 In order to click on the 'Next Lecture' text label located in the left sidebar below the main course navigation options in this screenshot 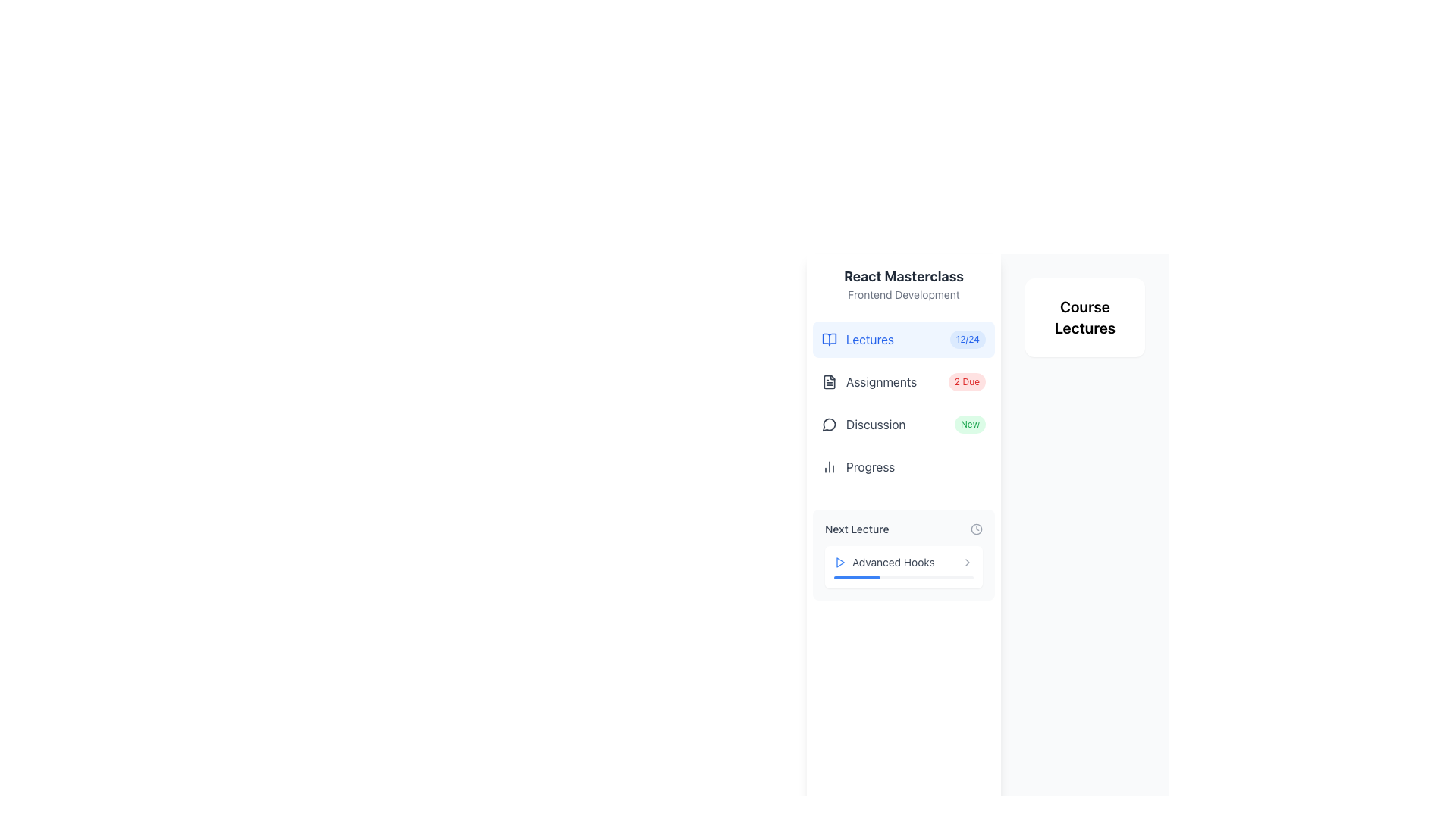, I will do `click(857, 529)`.